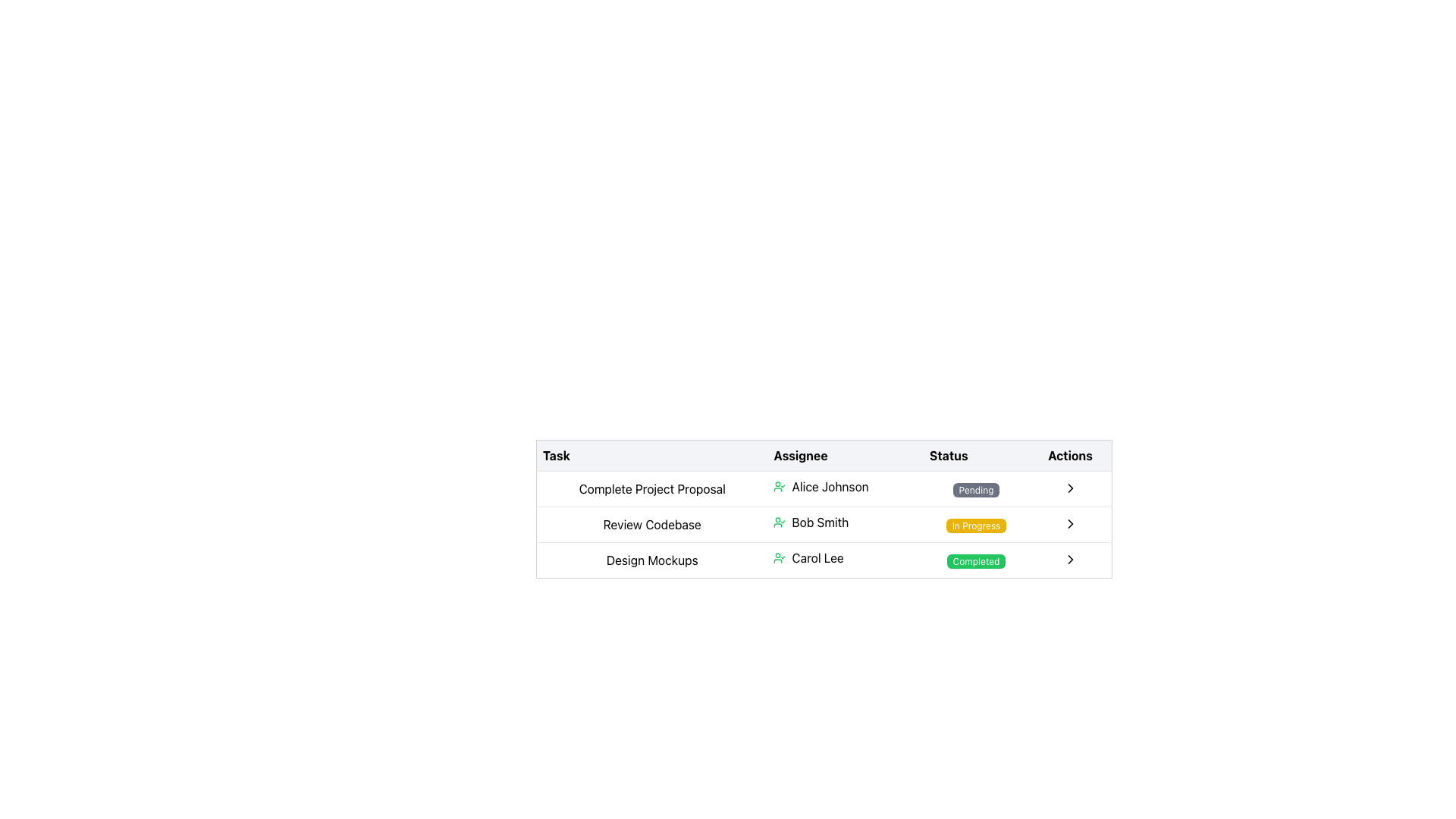  What do you see at coordinates (976, 560) in the screenshot?
I see `the 'Completed' button with a green background and white text, located in the 'Design Mockups' row under the 'Status' column, associated with 'Carol Lee'` at bounding box center [976, 560].